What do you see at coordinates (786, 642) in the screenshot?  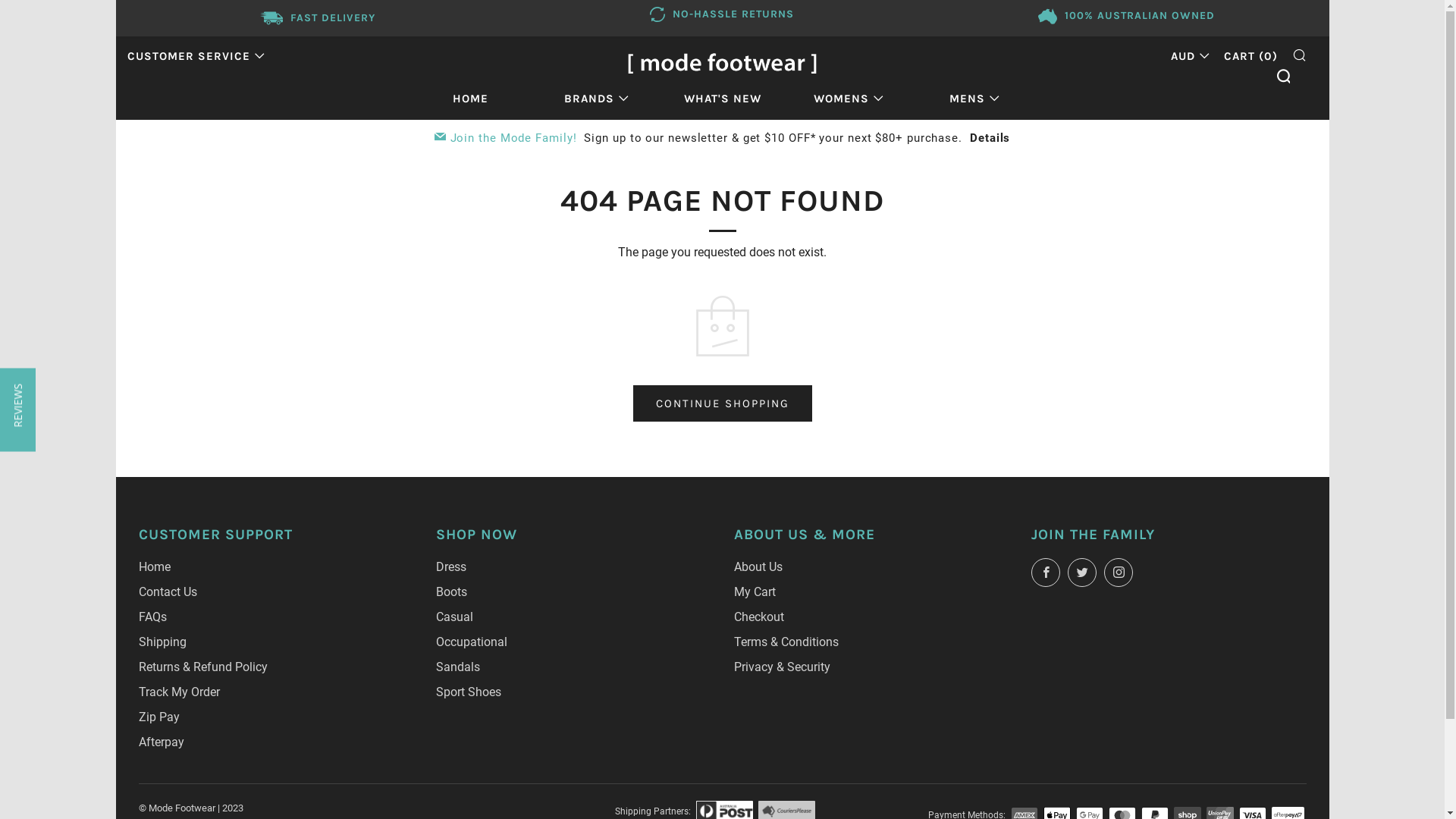 I see `'Terms & Conditions'` at bounding box center [786, 642].